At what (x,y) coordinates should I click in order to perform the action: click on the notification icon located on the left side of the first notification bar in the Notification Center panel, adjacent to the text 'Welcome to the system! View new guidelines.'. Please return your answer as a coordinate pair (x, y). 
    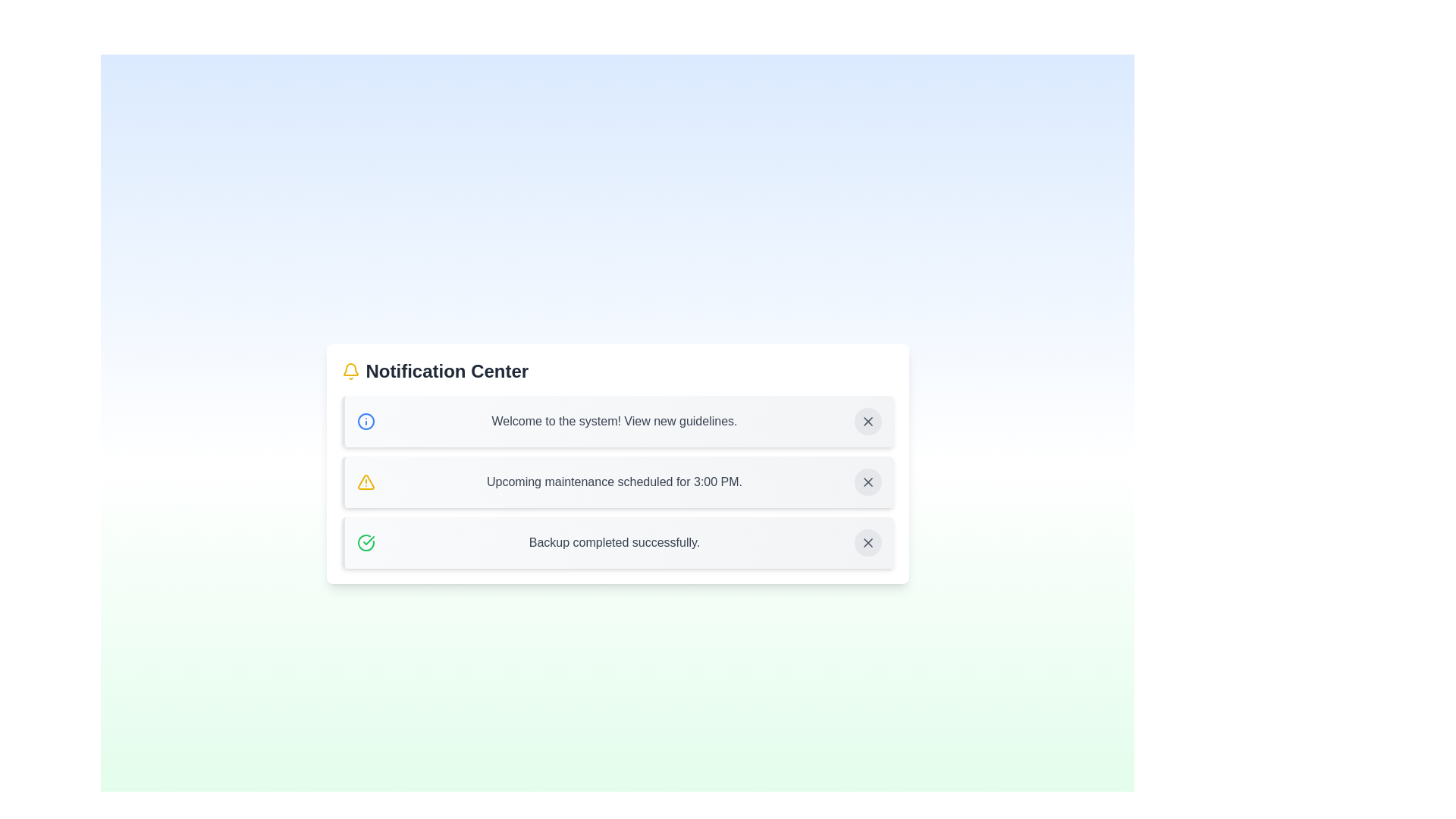
    Looking at the image, I should click on (366, 421).